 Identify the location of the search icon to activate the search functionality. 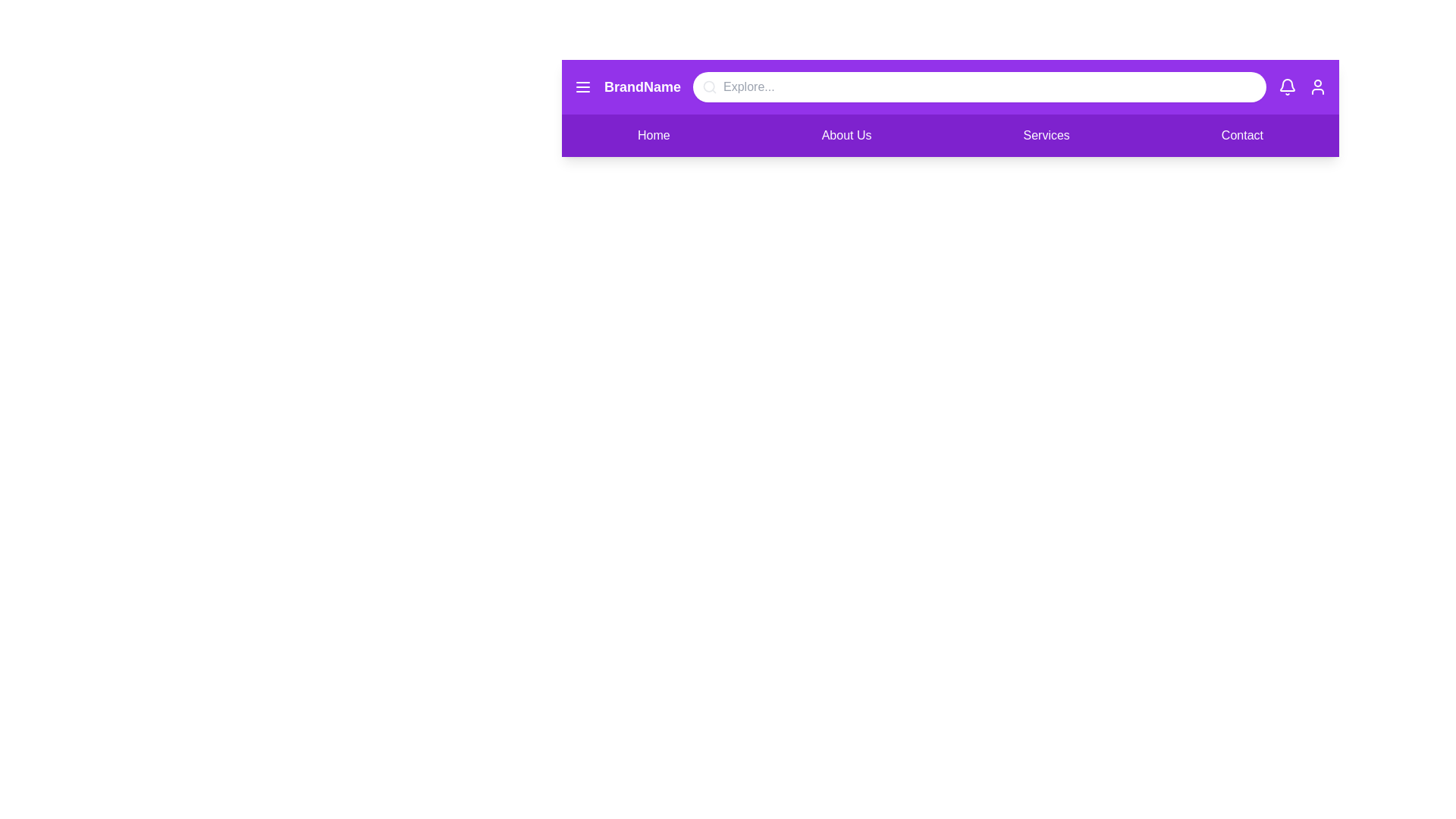
(709, 87).